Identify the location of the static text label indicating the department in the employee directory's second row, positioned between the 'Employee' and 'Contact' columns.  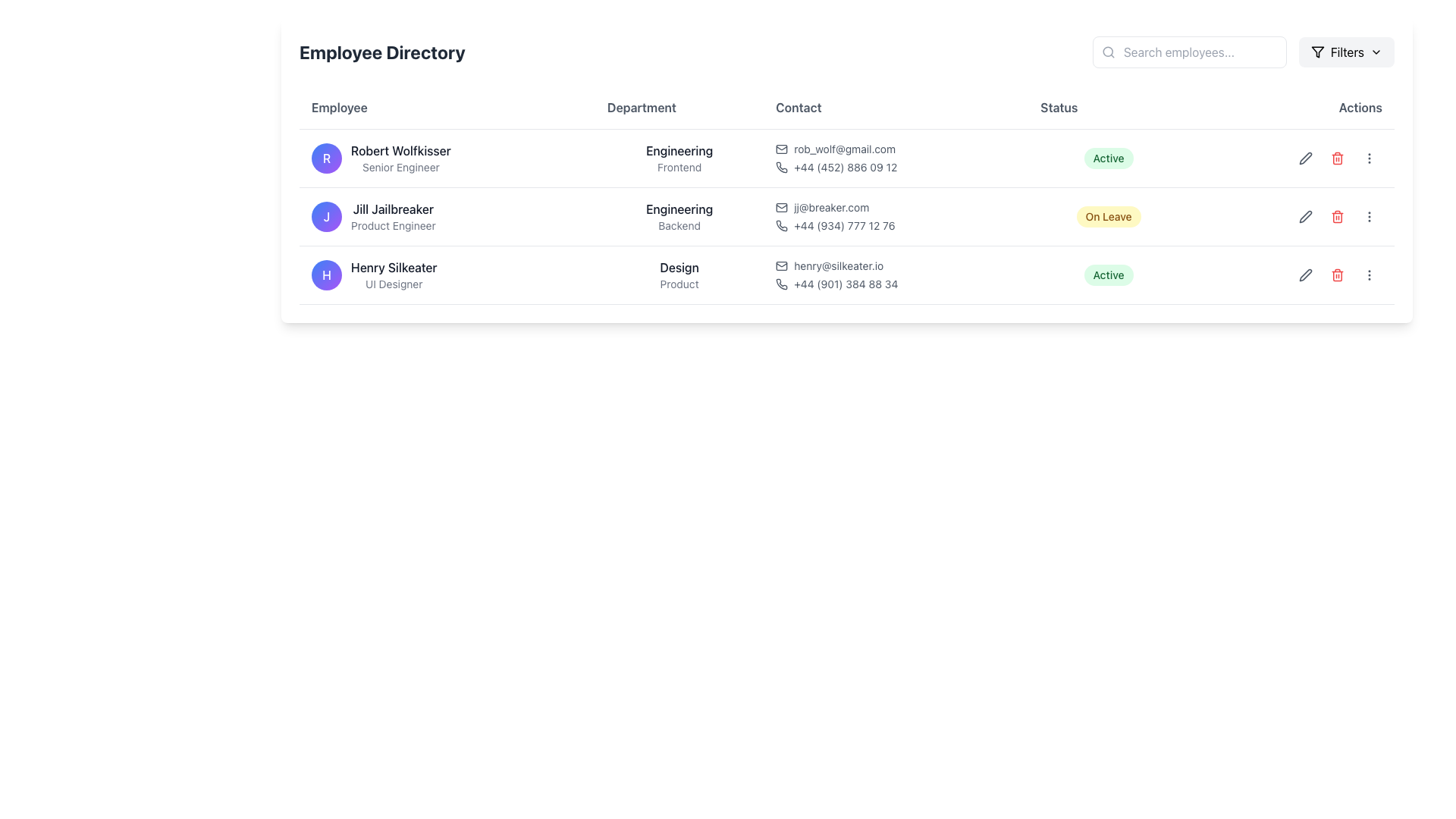
(679, 209).